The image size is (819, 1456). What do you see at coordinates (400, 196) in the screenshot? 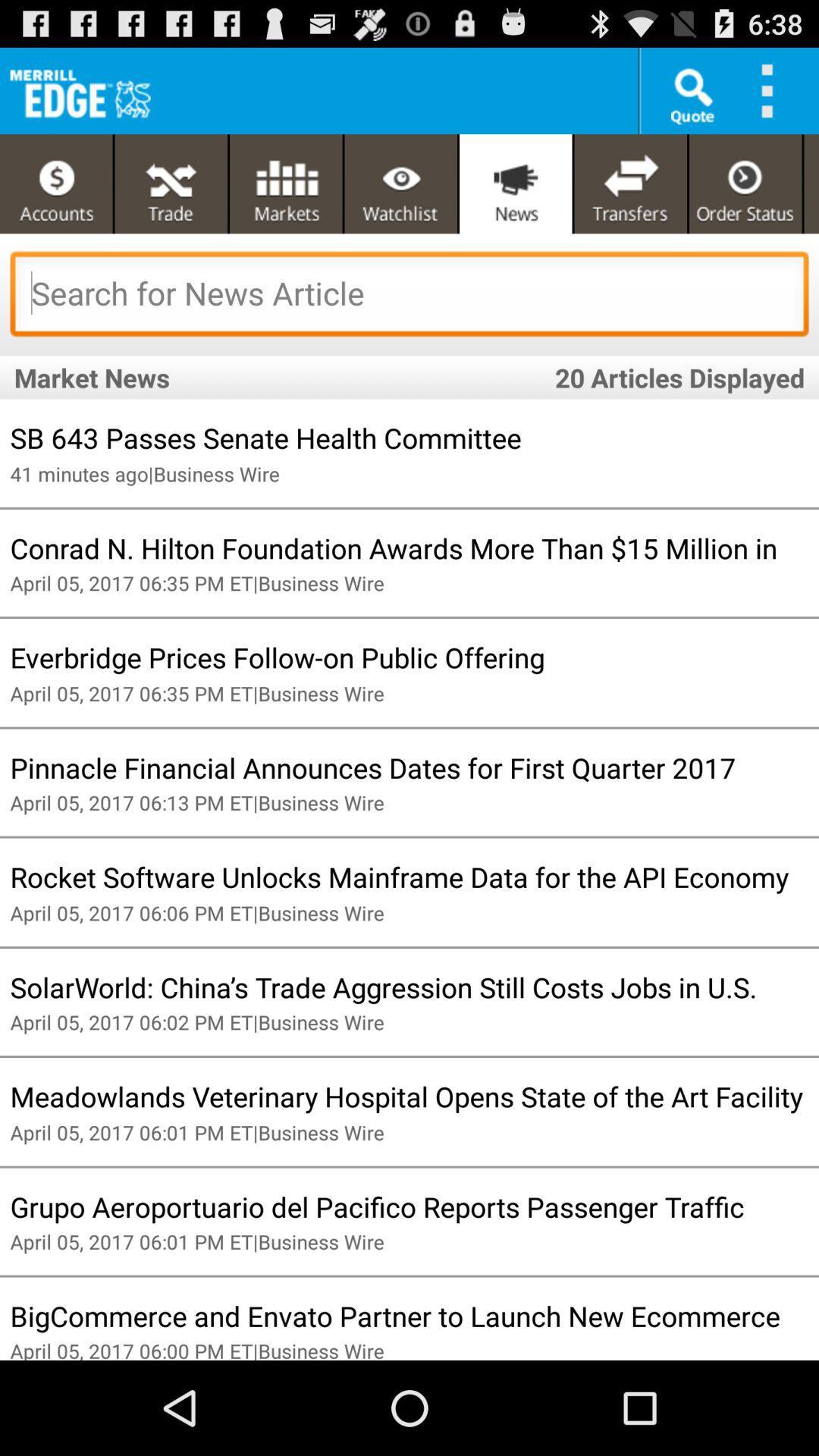
I see `the visibility icon` at bounding box center [400, 196].